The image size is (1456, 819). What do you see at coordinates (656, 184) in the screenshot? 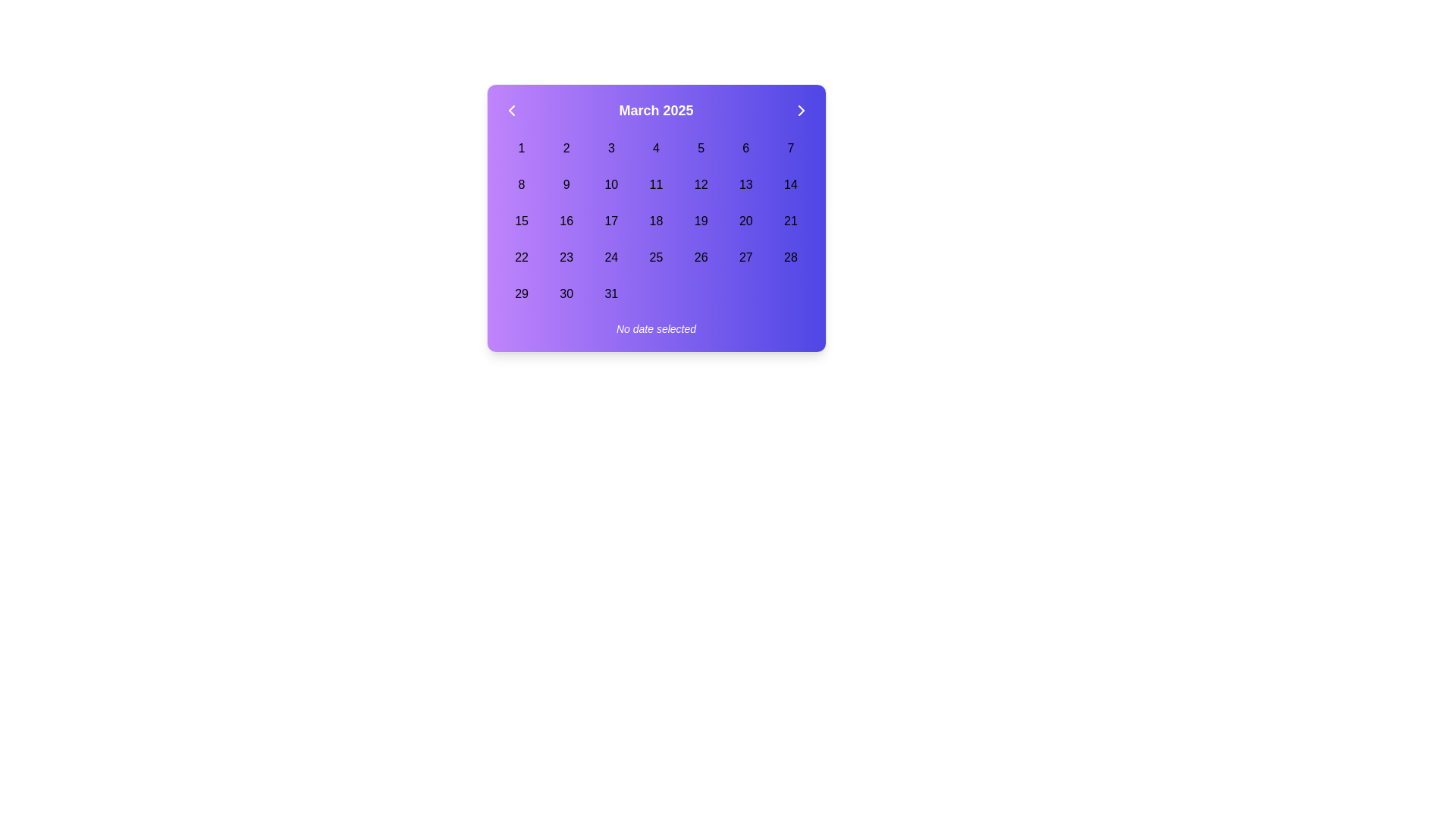
I see `the button representing the 11th day of the month in the calendar grid, located in the 4th column of the 2nd row` at bounding box center [656, 184].